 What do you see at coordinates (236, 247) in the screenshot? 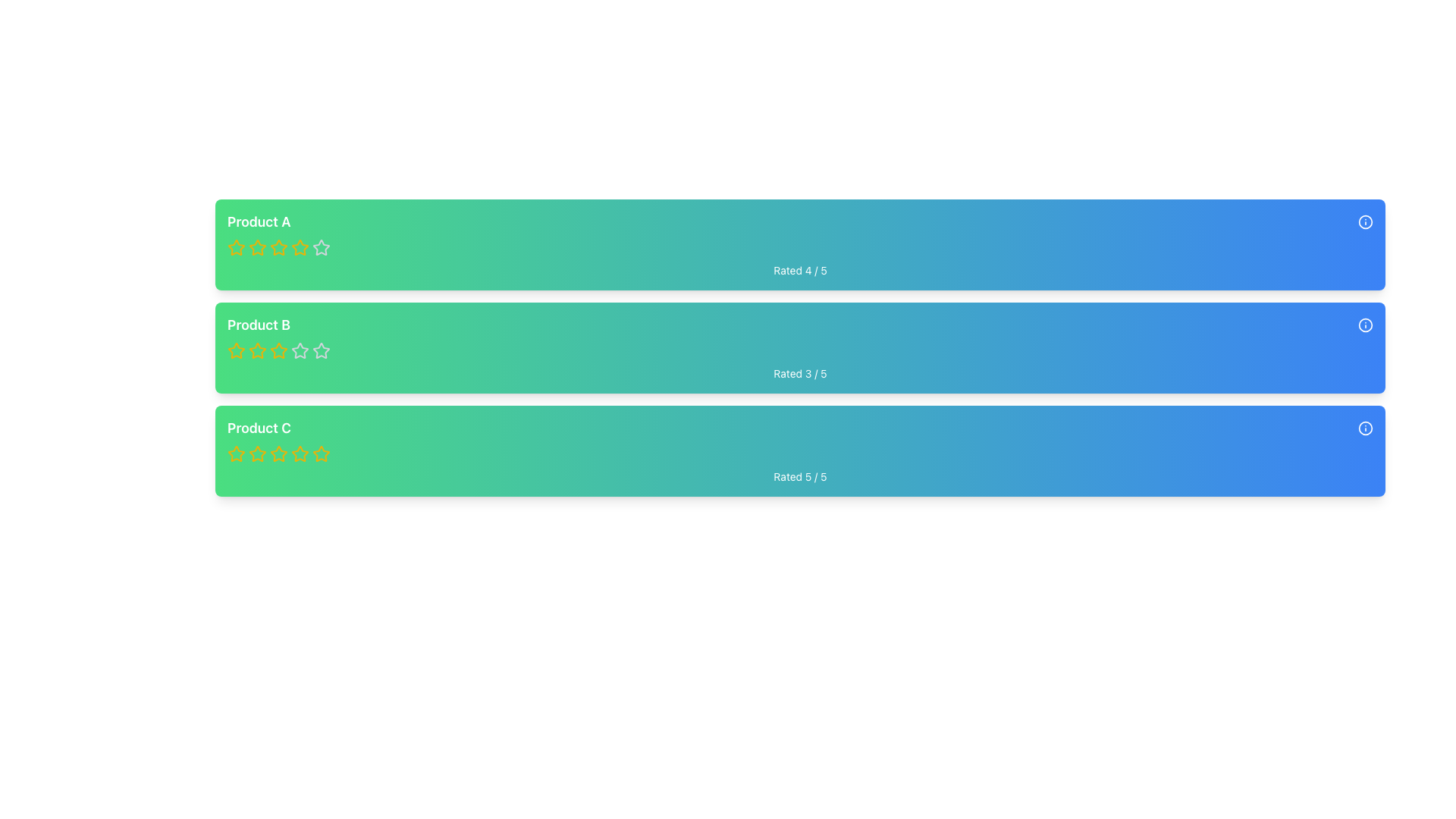
I see `the highlighted yellow star icon, which is the first in a sequence of rating stars located to the right of the 'Product A' label` at bounding box center [236, 247].